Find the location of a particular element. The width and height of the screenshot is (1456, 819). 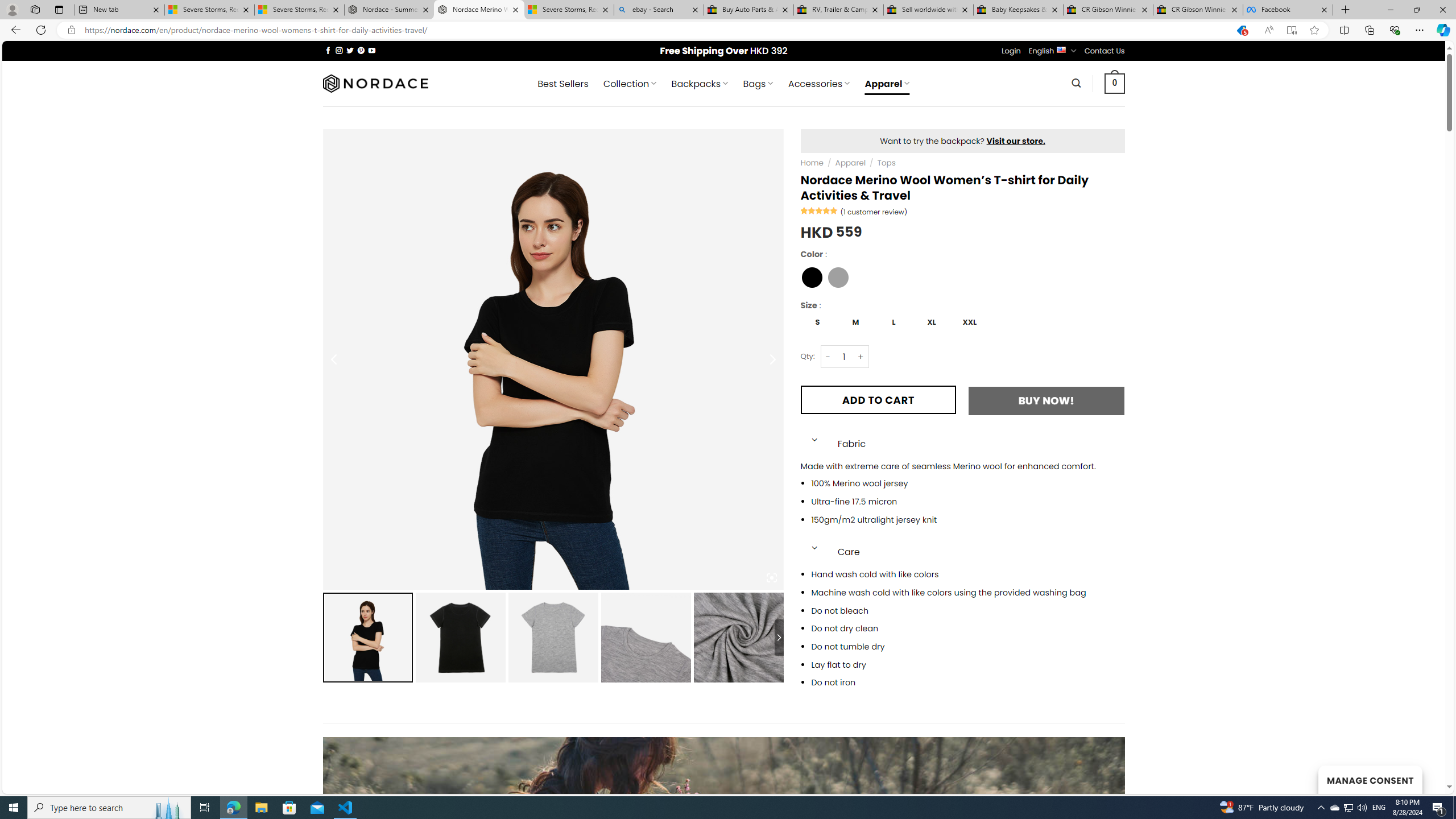

'+' is located at coordinates (861, 357).